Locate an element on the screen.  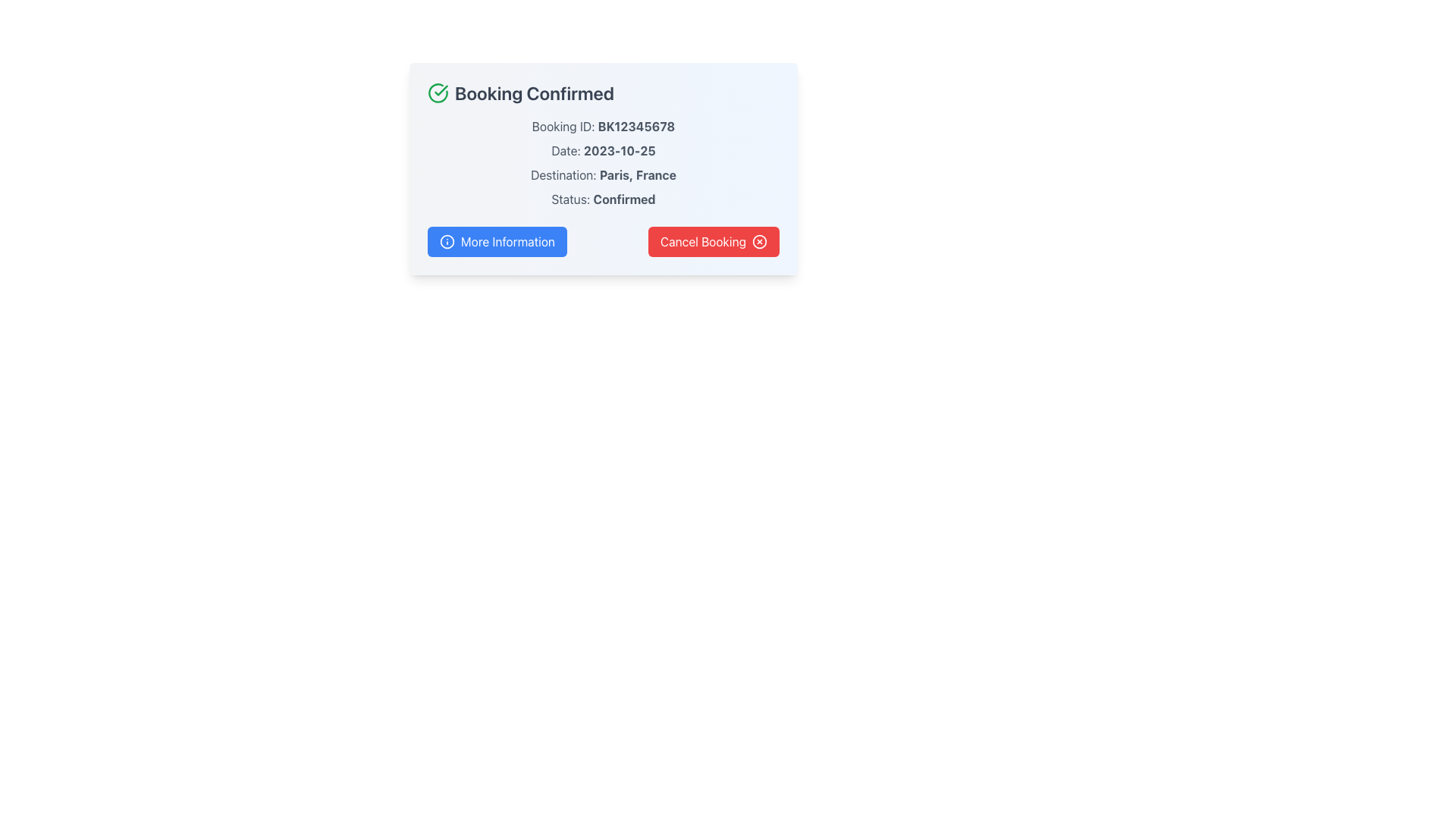
the Text Label displaying 'BK12345678' is located at coordinates (636, 125).